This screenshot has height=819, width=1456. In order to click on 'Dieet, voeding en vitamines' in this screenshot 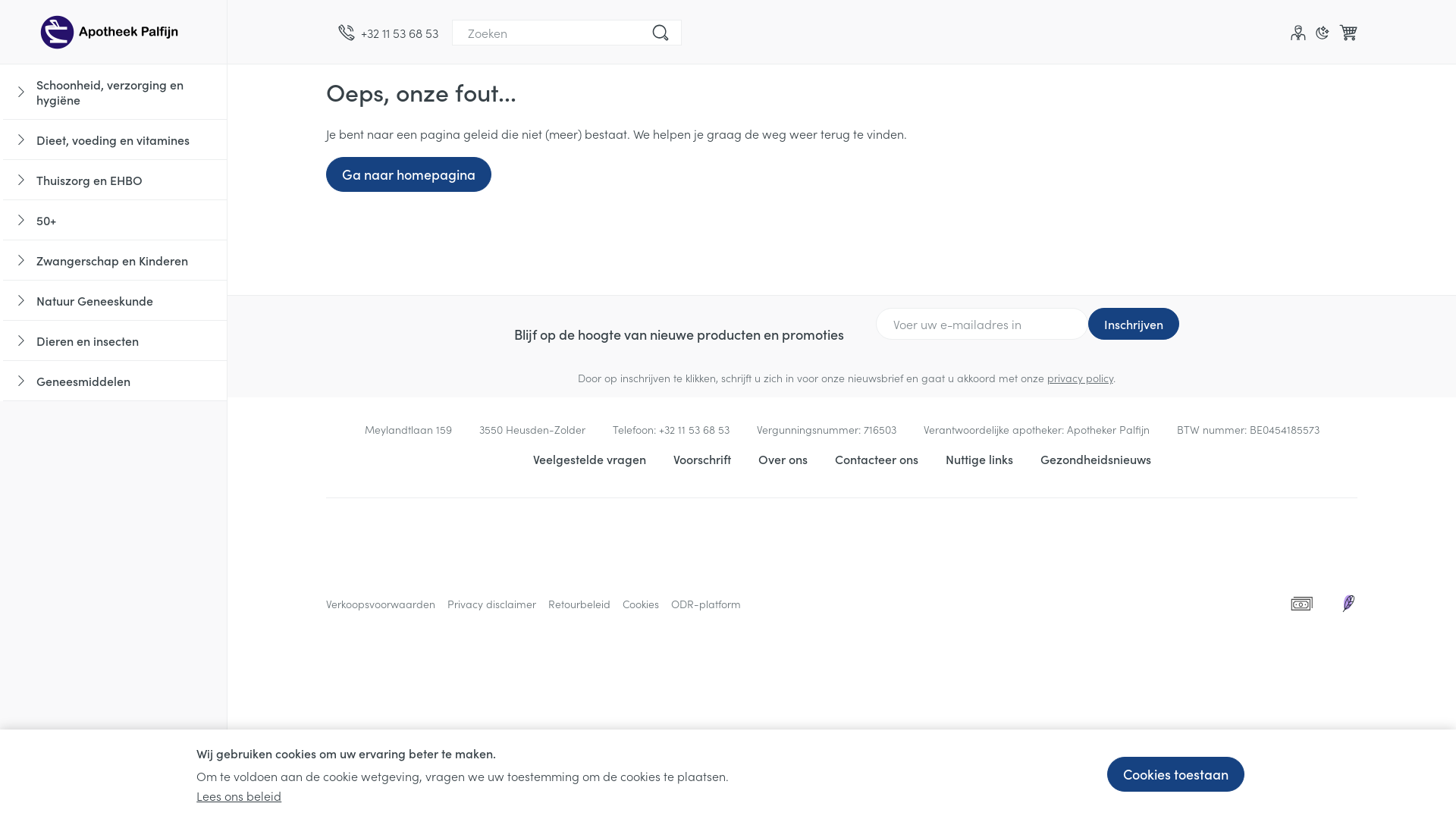, I will do `click(114, 140)`.